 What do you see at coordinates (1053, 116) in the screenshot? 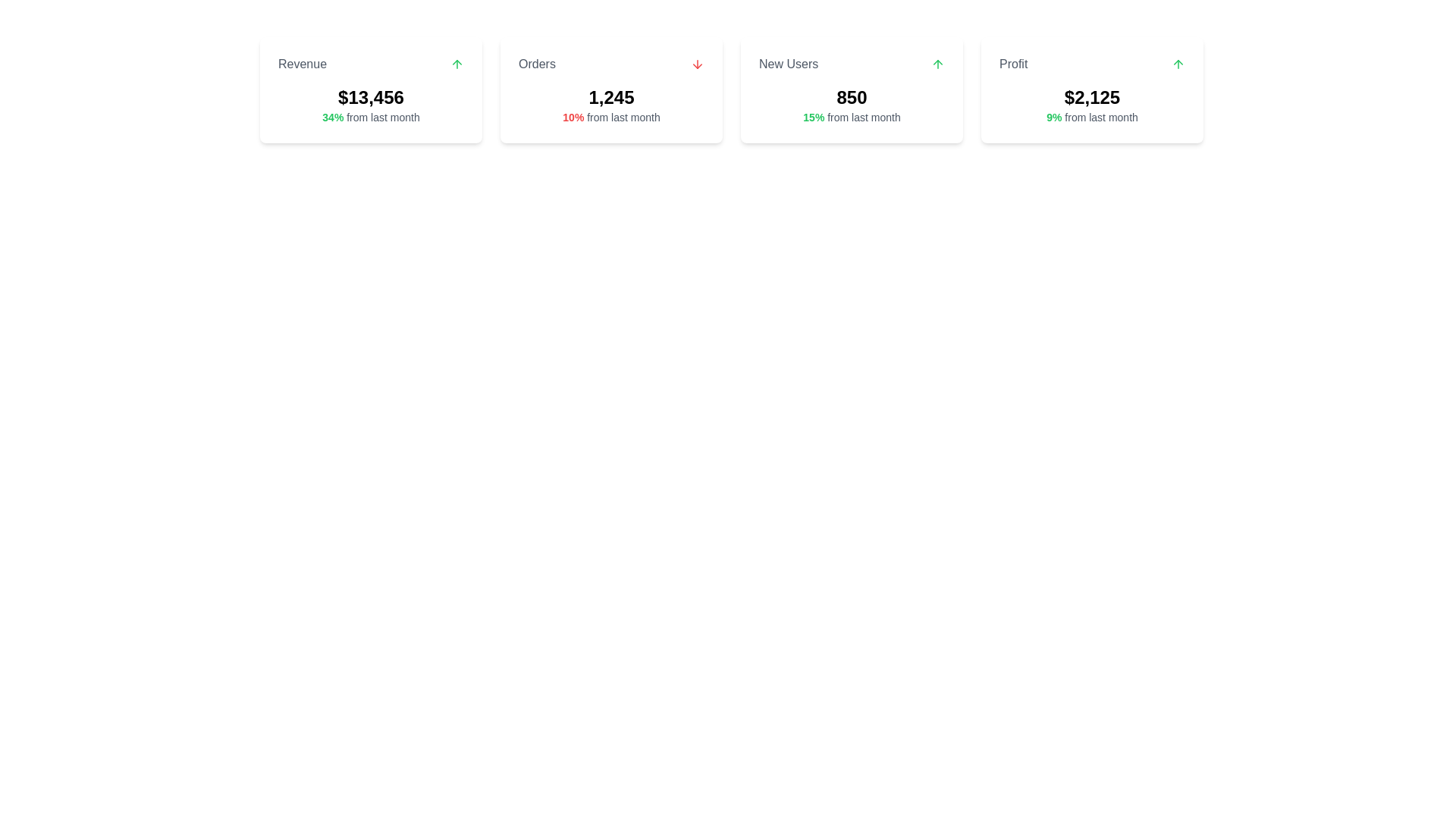
I see `the Statistical data text that displays the percentage change in profit, located in the 'Profit' section on the rightmost card of the summary cards` at bounding box center [1053, 116].